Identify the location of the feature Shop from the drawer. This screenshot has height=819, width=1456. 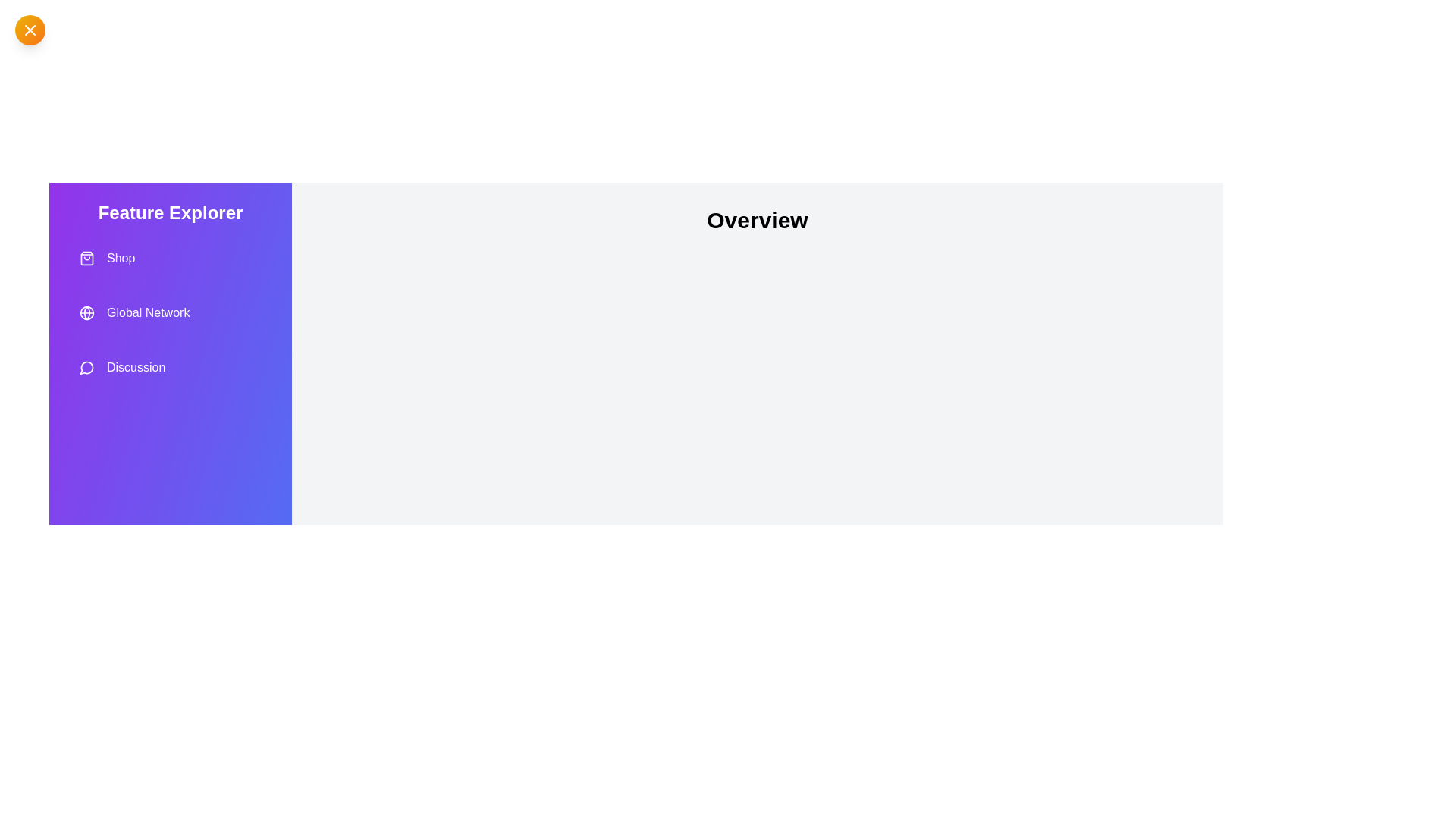
(171, 257).